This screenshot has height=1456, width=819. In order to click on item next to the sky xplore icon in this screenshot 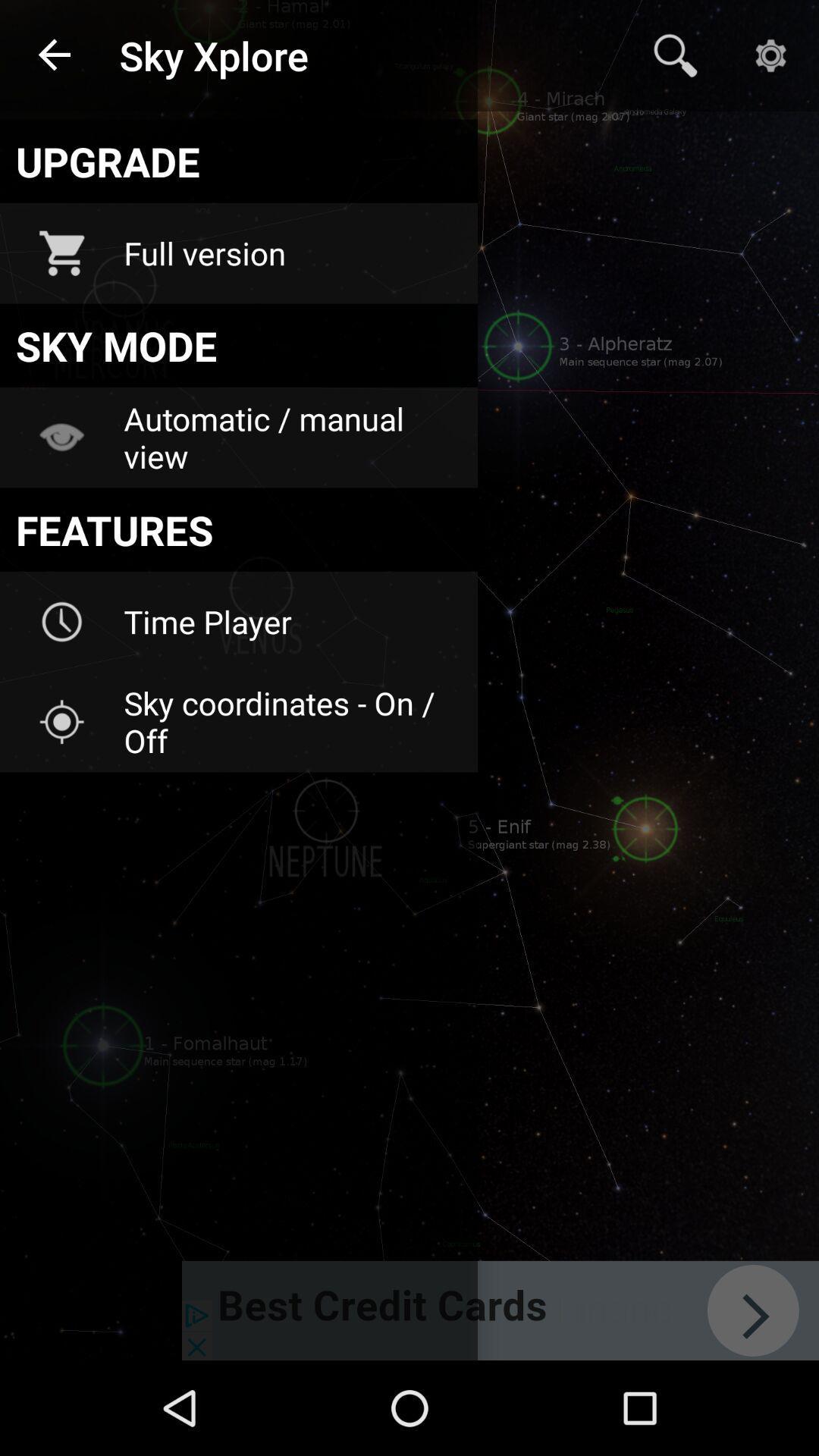, I will do `click(675, 55)`.